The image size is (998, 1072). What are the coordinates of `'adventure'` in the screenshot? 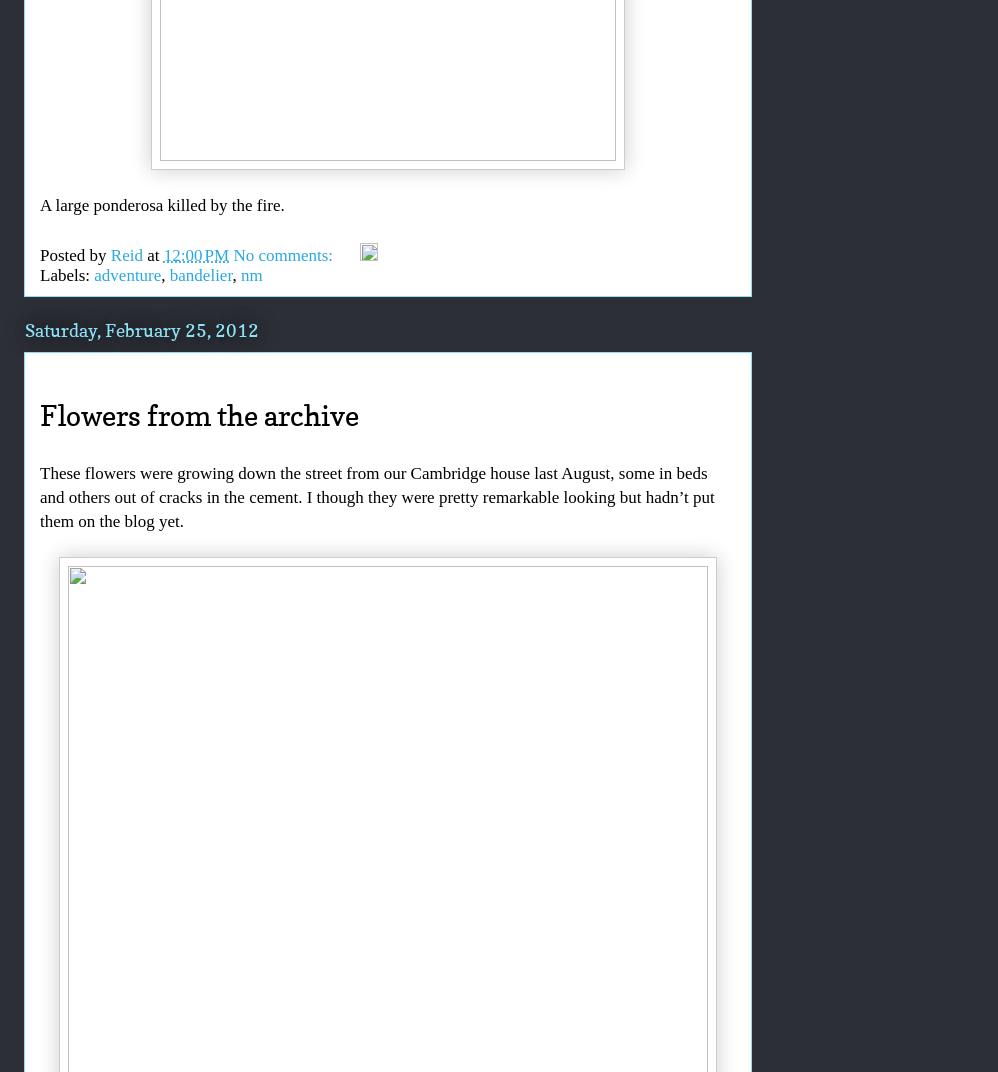 It's located at (127, 273).